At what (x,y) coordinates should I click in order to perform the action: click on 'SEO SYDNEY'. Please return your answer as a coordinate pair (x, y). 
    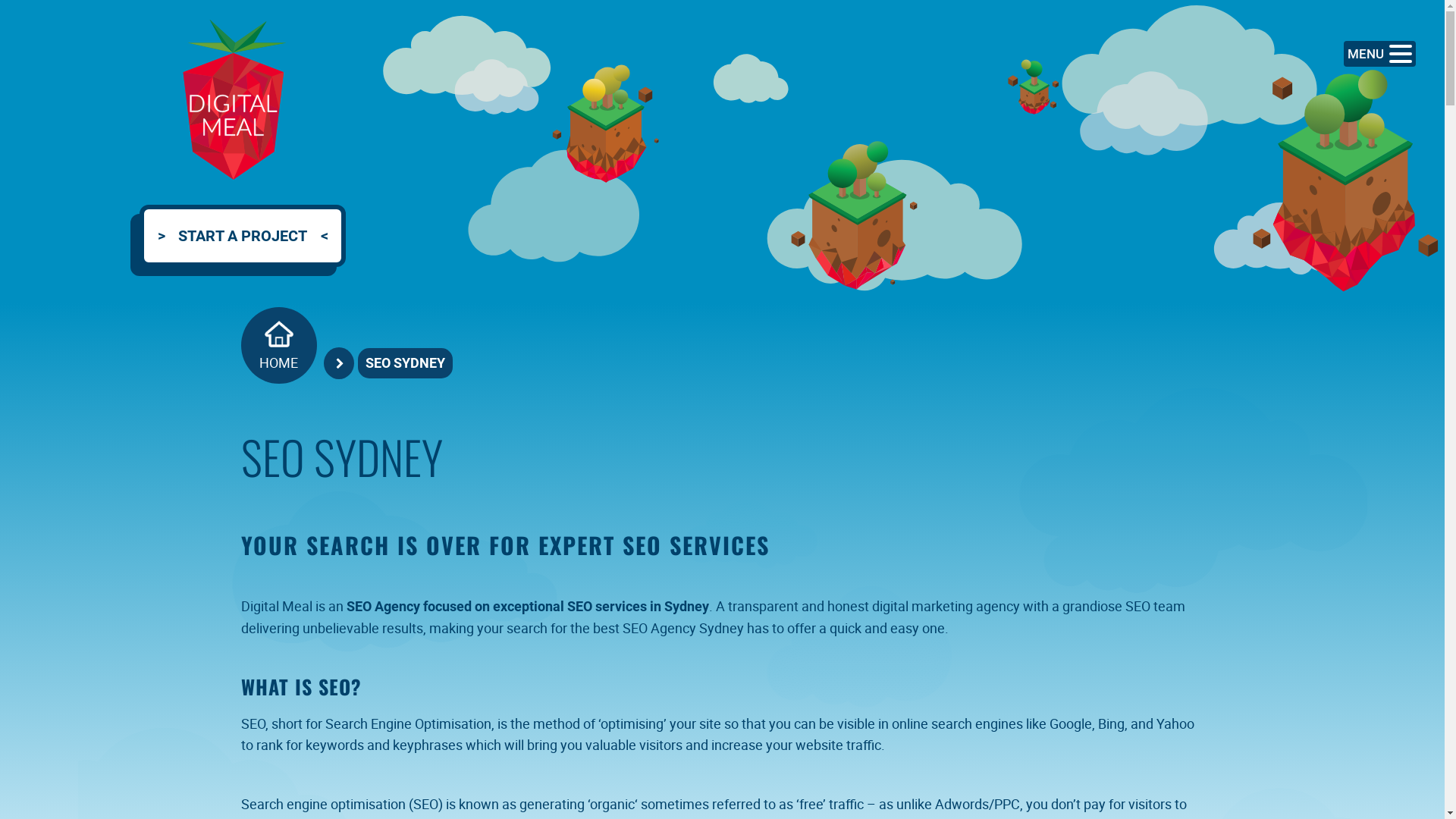
    Looking at the image, I should click on (405, 362).